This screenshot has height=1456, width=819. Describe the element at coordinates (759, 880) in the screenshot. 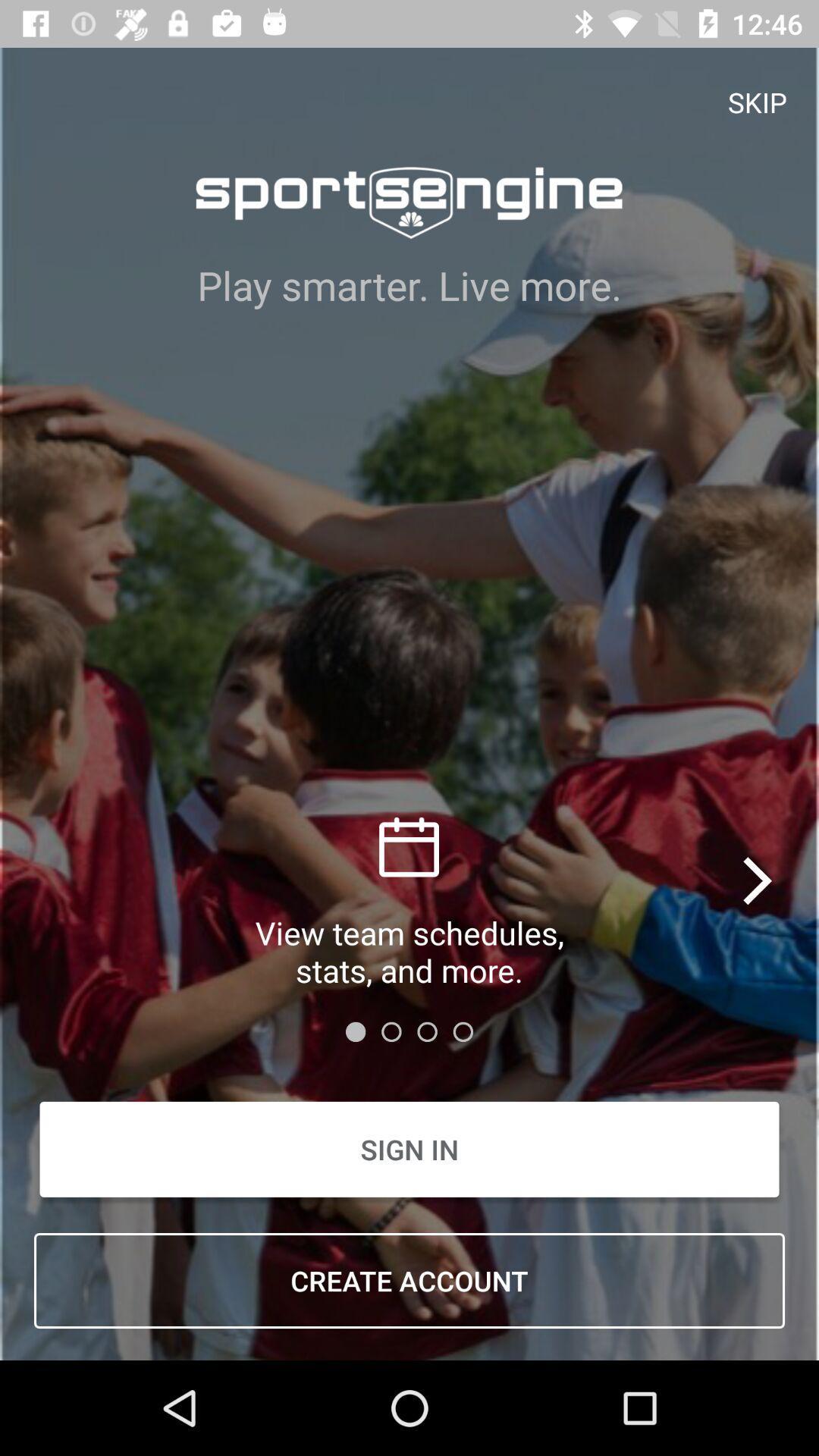

I see `item next to view team schedules icon` at that location.